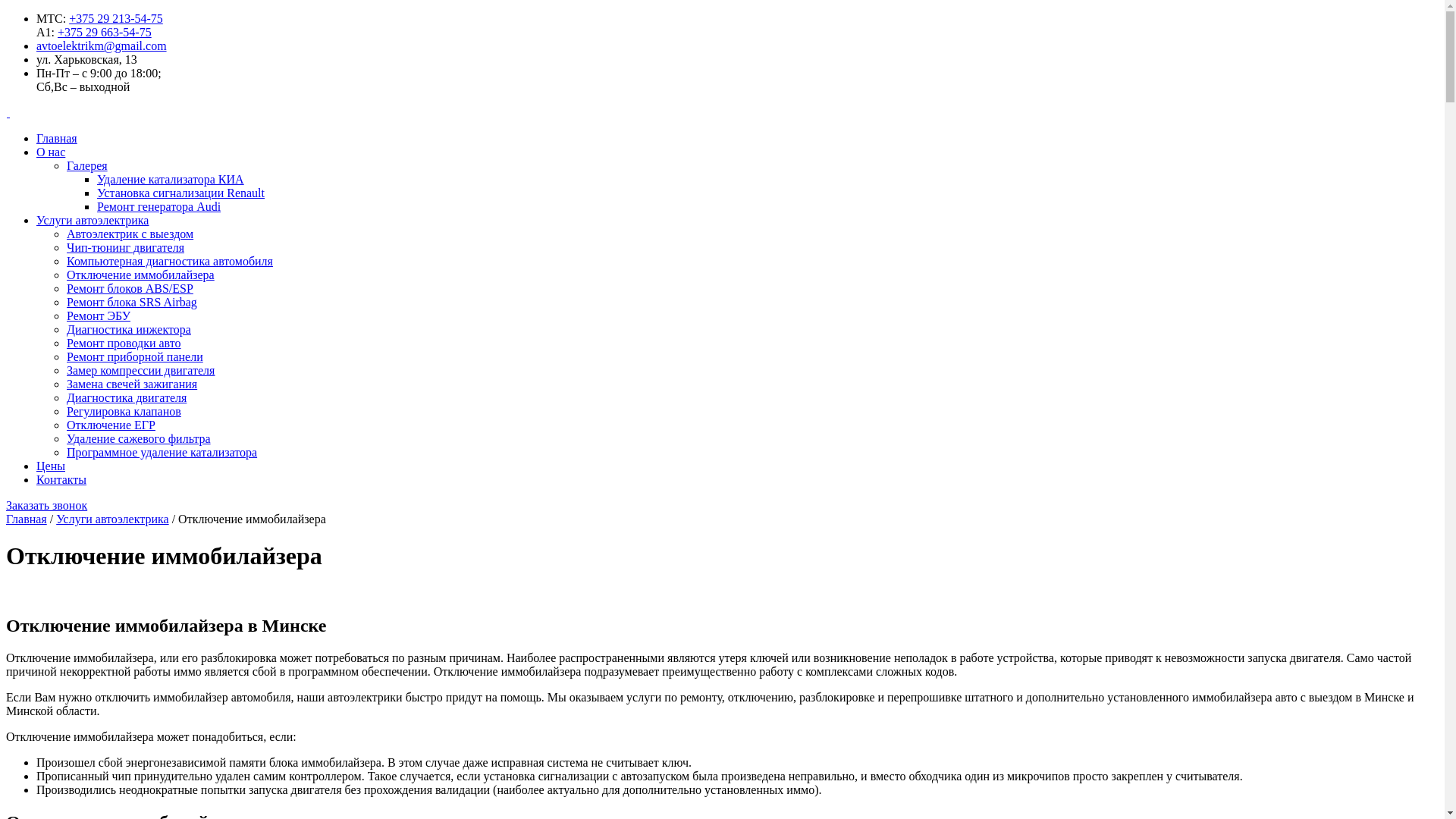 The image size is (1456, 819). I want to click on 'avtoelektrikm@gmail.com', so click(101, 45).